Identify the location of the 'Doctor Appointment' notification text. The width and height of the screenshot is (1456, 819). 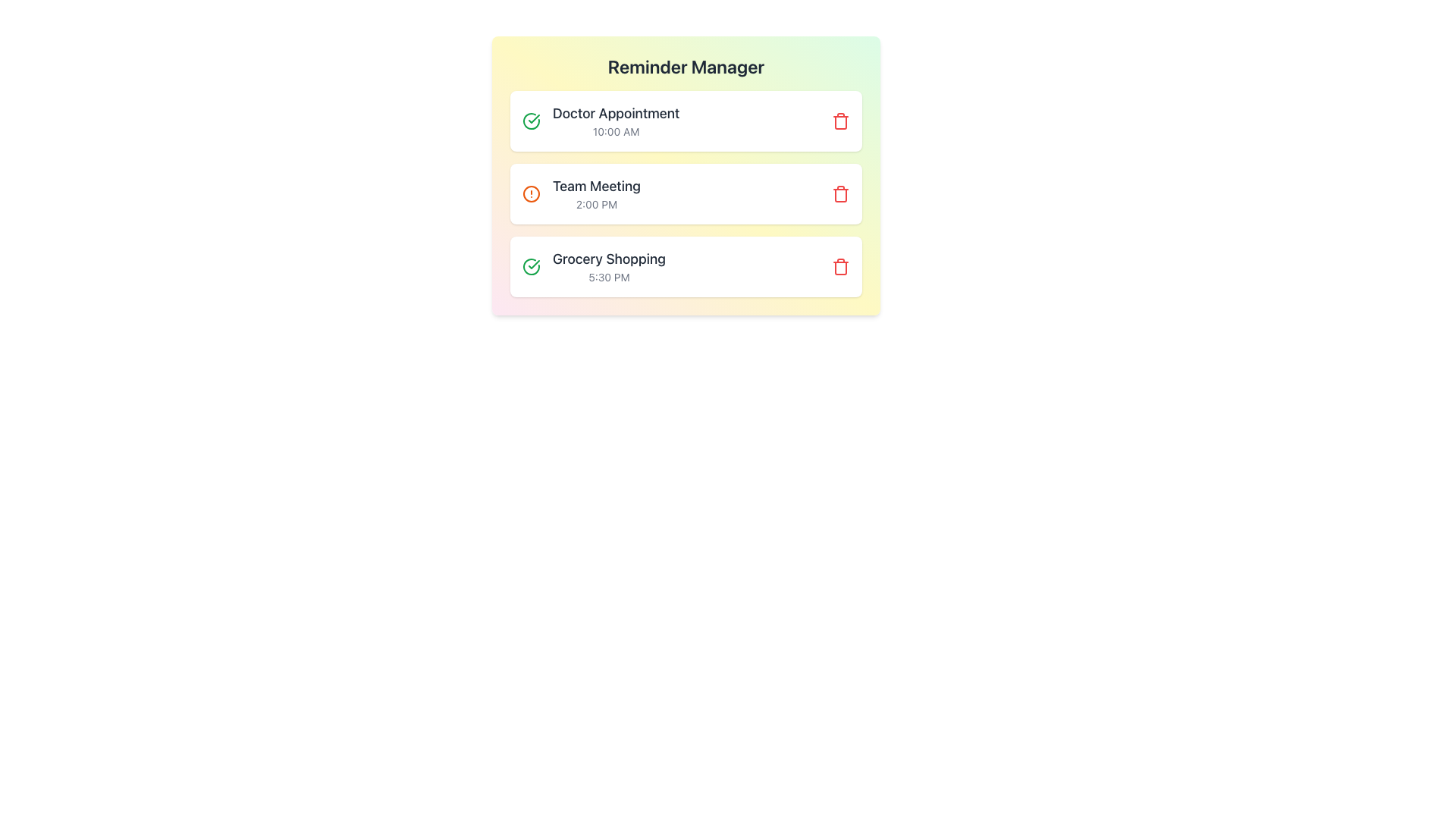
(600, 120).